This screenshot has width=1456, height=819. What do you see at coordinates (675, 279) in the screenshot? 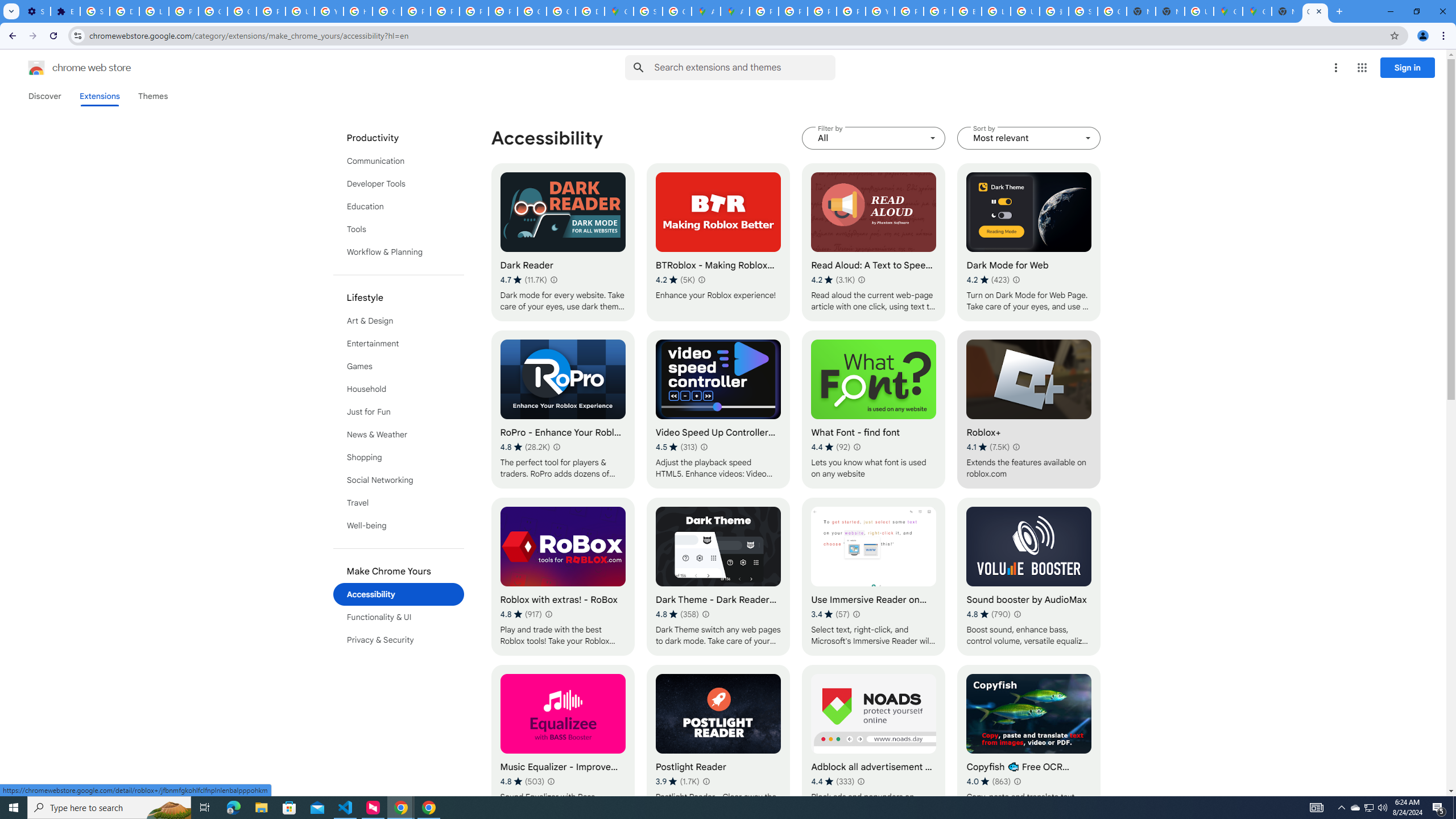
I see `'Average rating 4.2 out of 5 stars. 5K ratings.'` at bounding box center [675, 279].